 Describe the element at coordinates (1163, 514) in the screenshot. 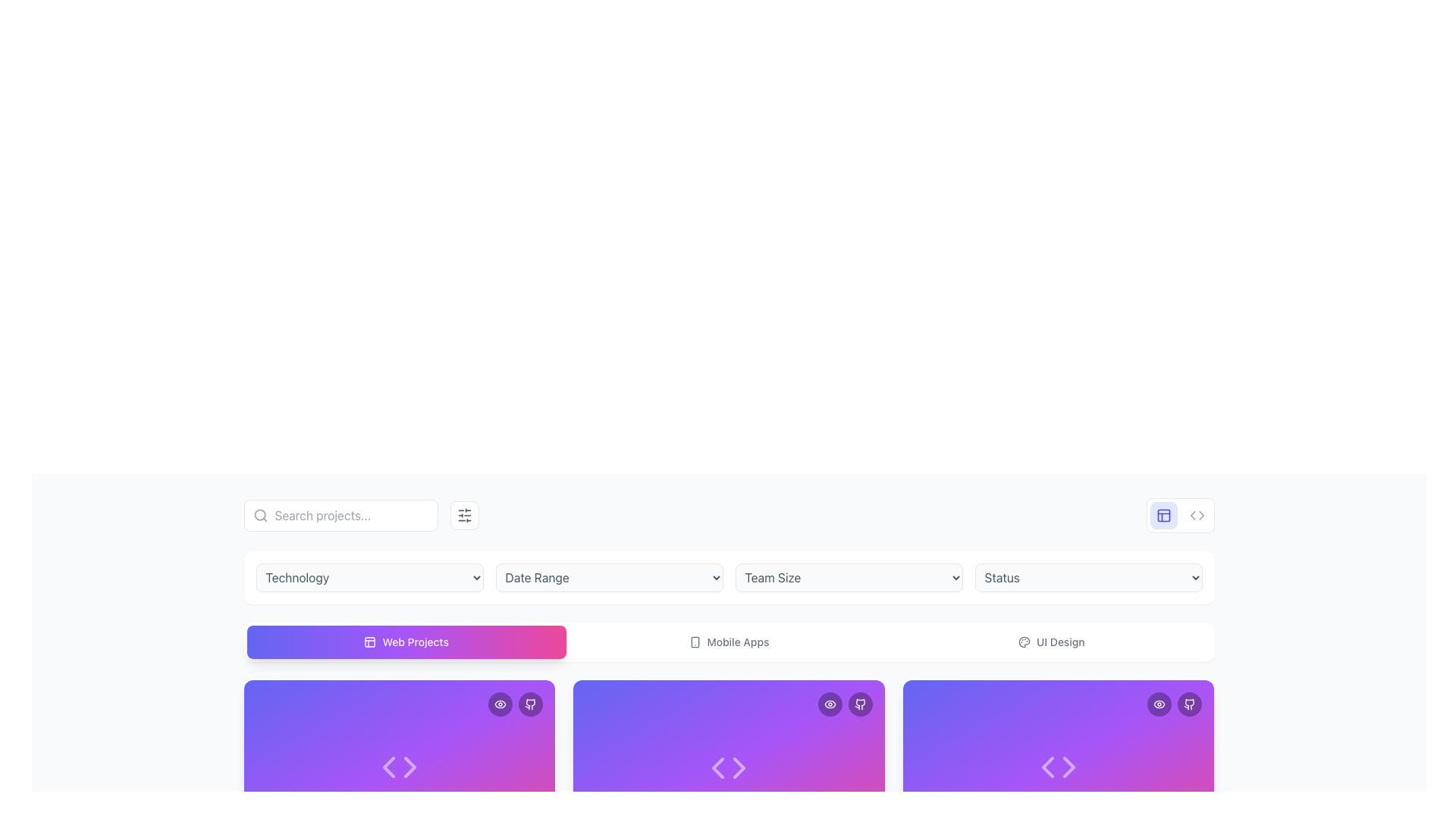

I see `the SVG-based icon located in the top right corner of the interface` at that location.